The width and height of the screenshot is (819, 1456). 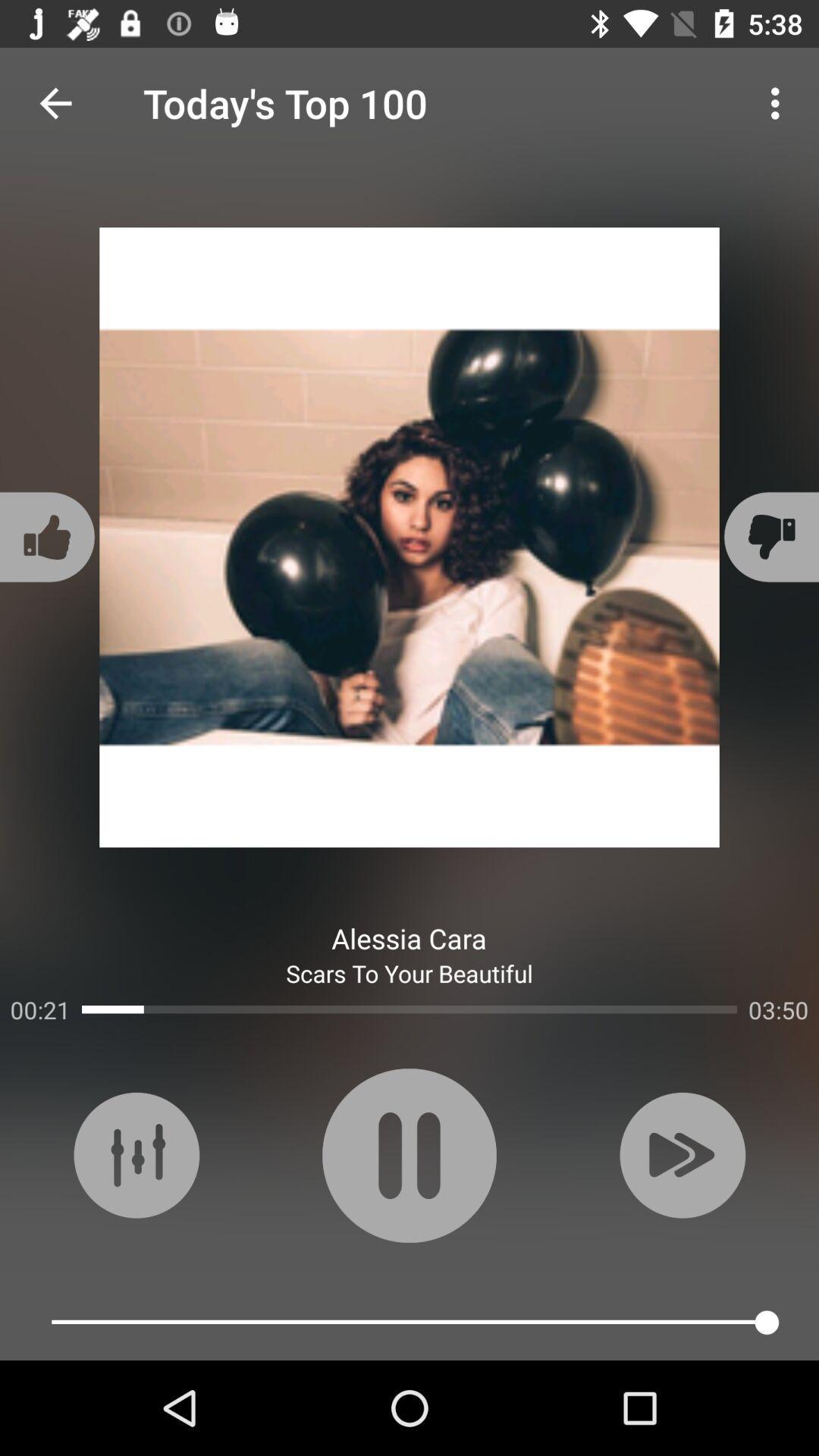 What do you see at coordinates (49, 537) in the screenshot?
I see `item above the 00:21 item` at bounding box center [49, 537].